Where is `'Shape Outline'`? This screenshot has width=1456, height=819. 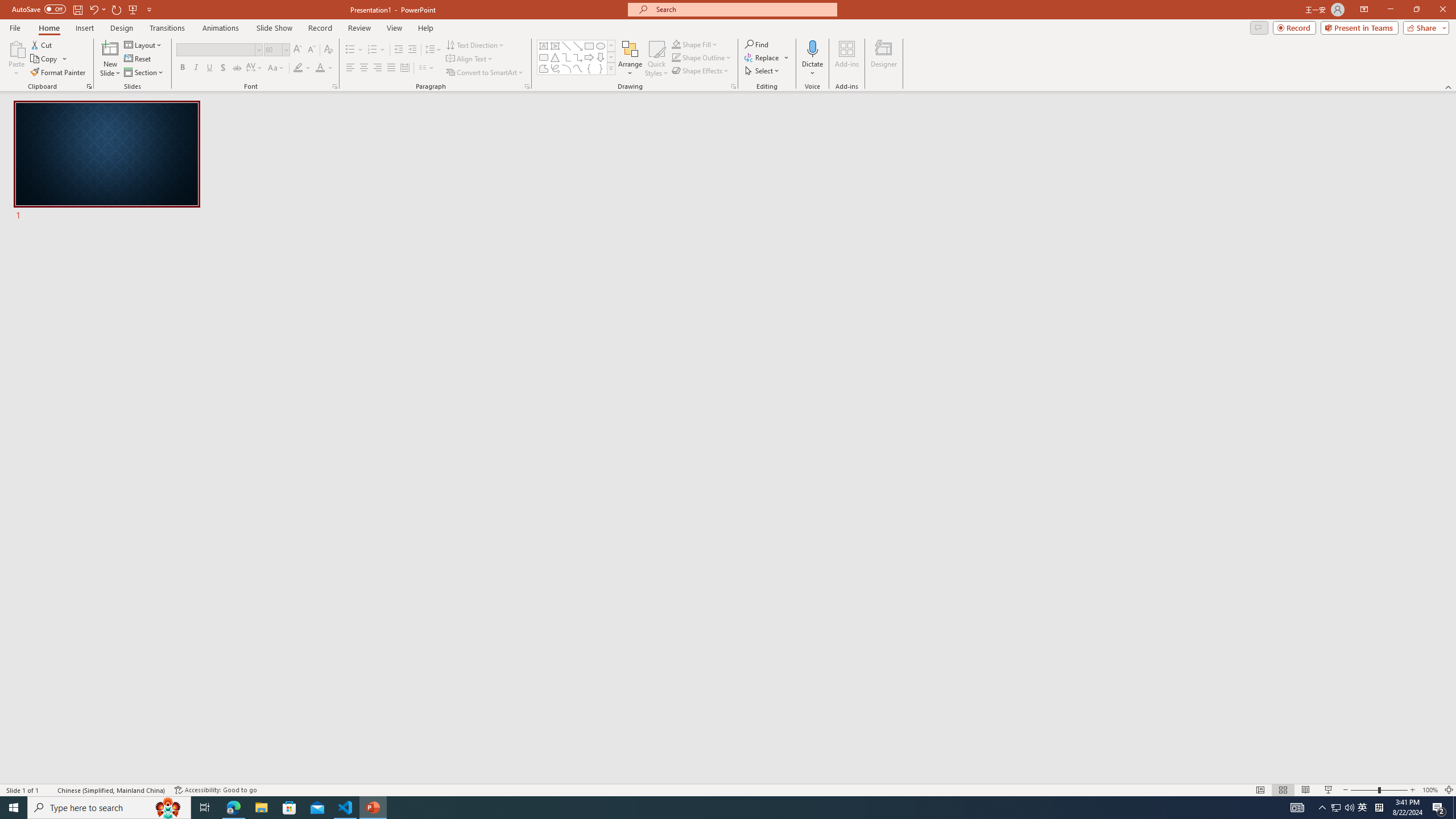 'Shape Outline' is located at coordinates (701, 56).